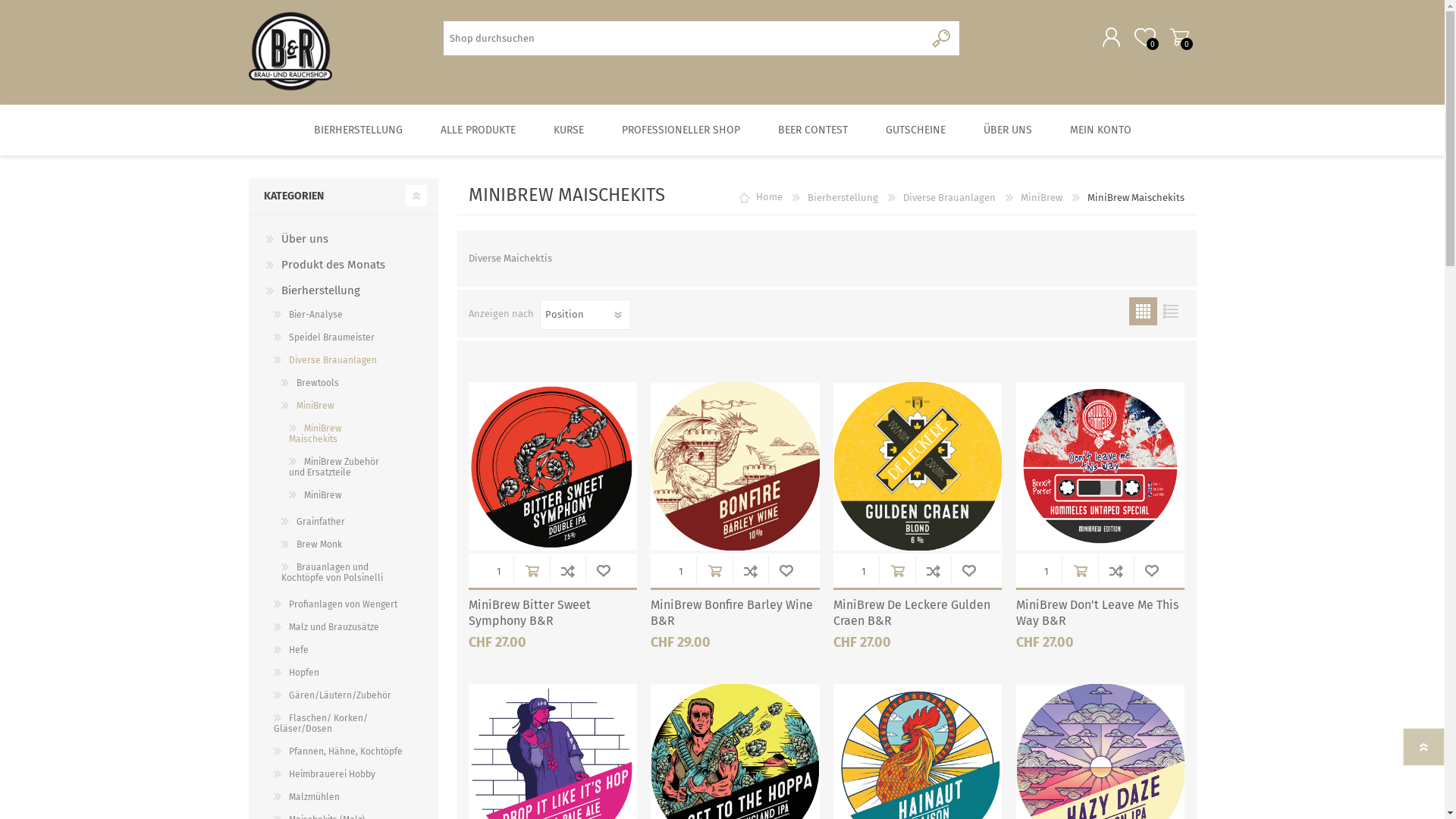 The image size is (1456, 819). What do you see at coordinates (566, 129) in the screenshot?
I see `'KURSE'` at bounding box center [566, 129].